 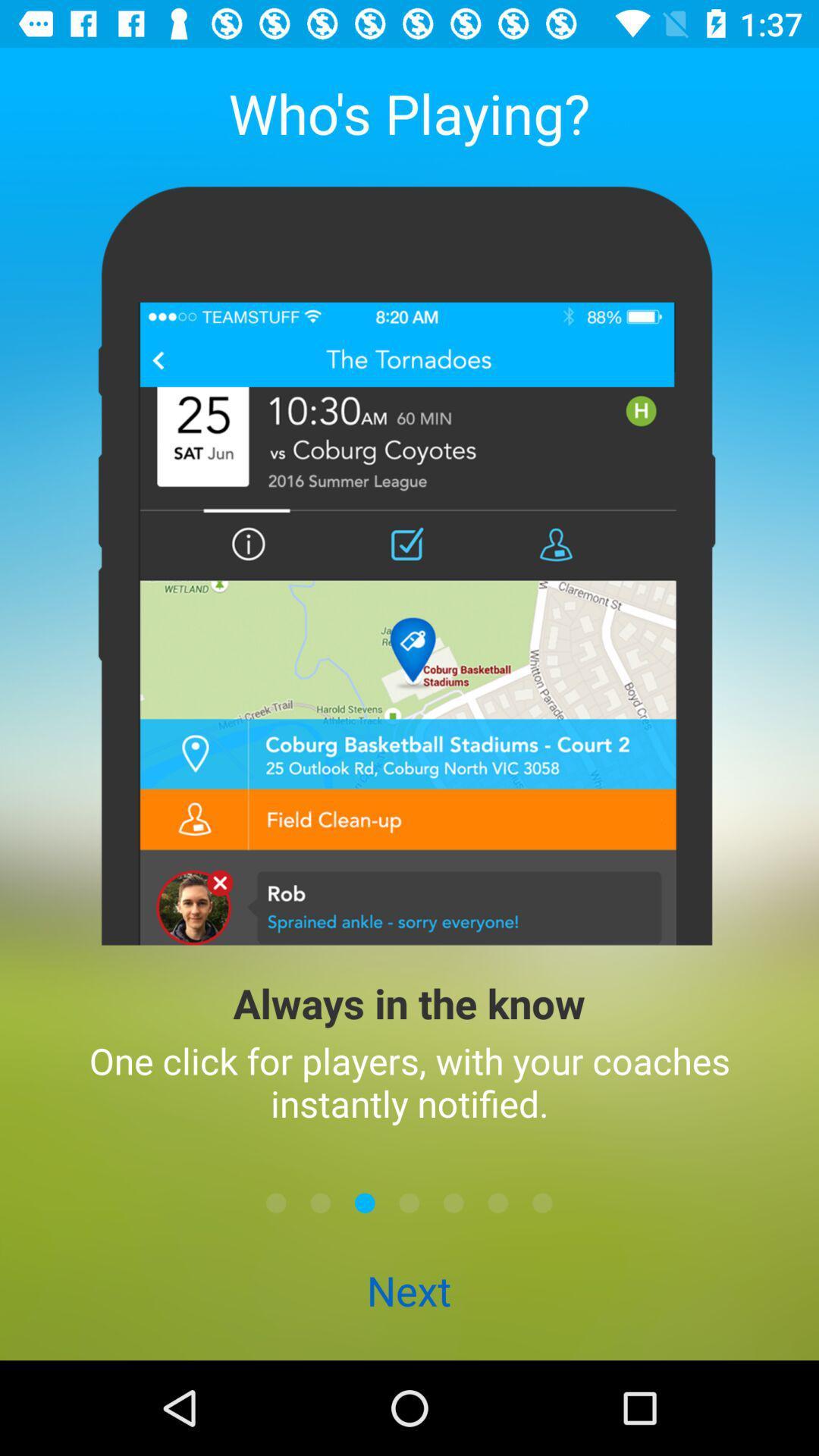 What do you see at coordinates (365, 1202) in the screenshot?
I see `the item above the next item` at bounding box center [365, 1202].